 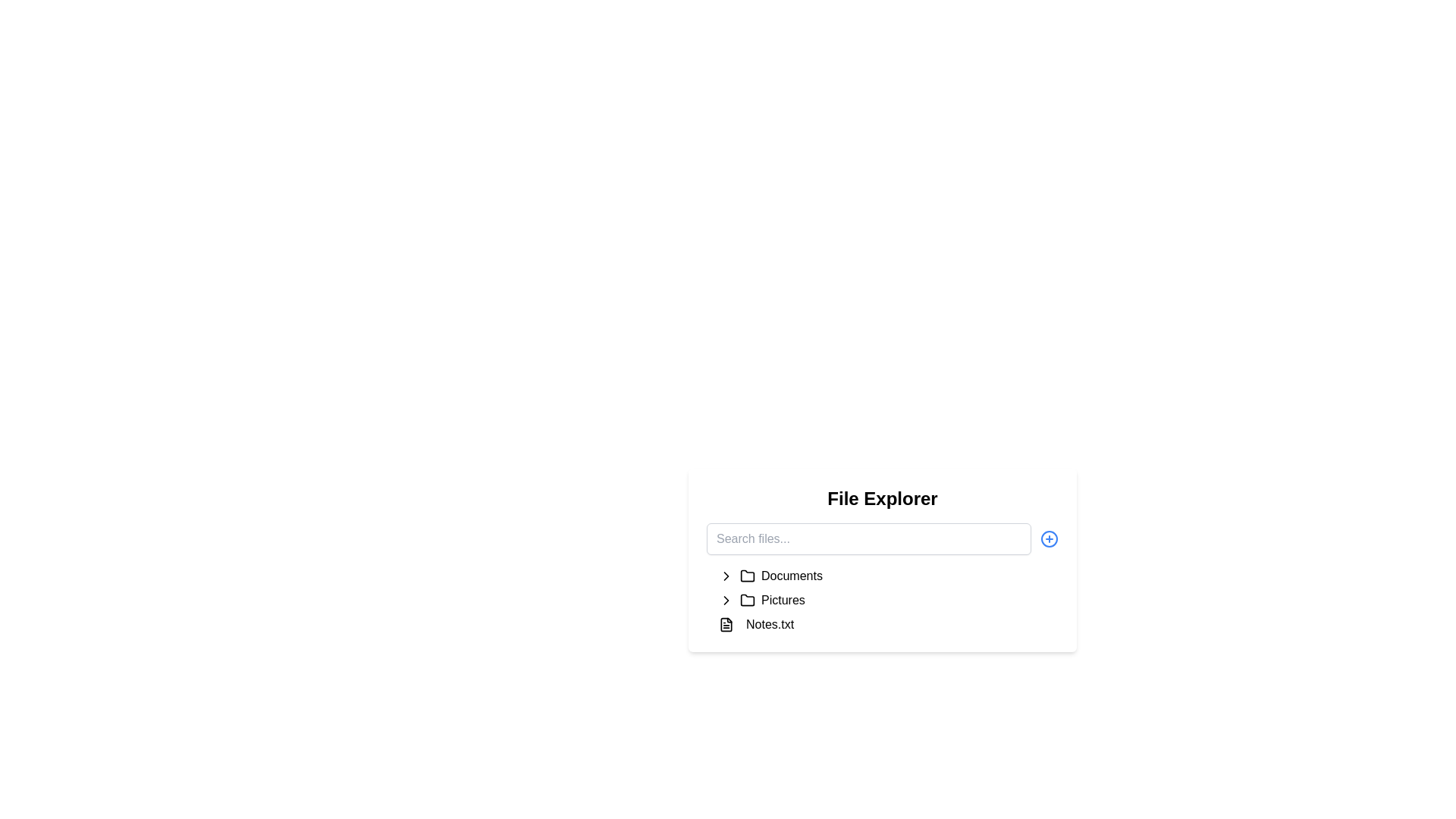 I want to click on the folder icon representing the 'Documents' directory located in the file explorer, positioned immediately to the left of the 'Documents' text, so click(x=747, y=576).